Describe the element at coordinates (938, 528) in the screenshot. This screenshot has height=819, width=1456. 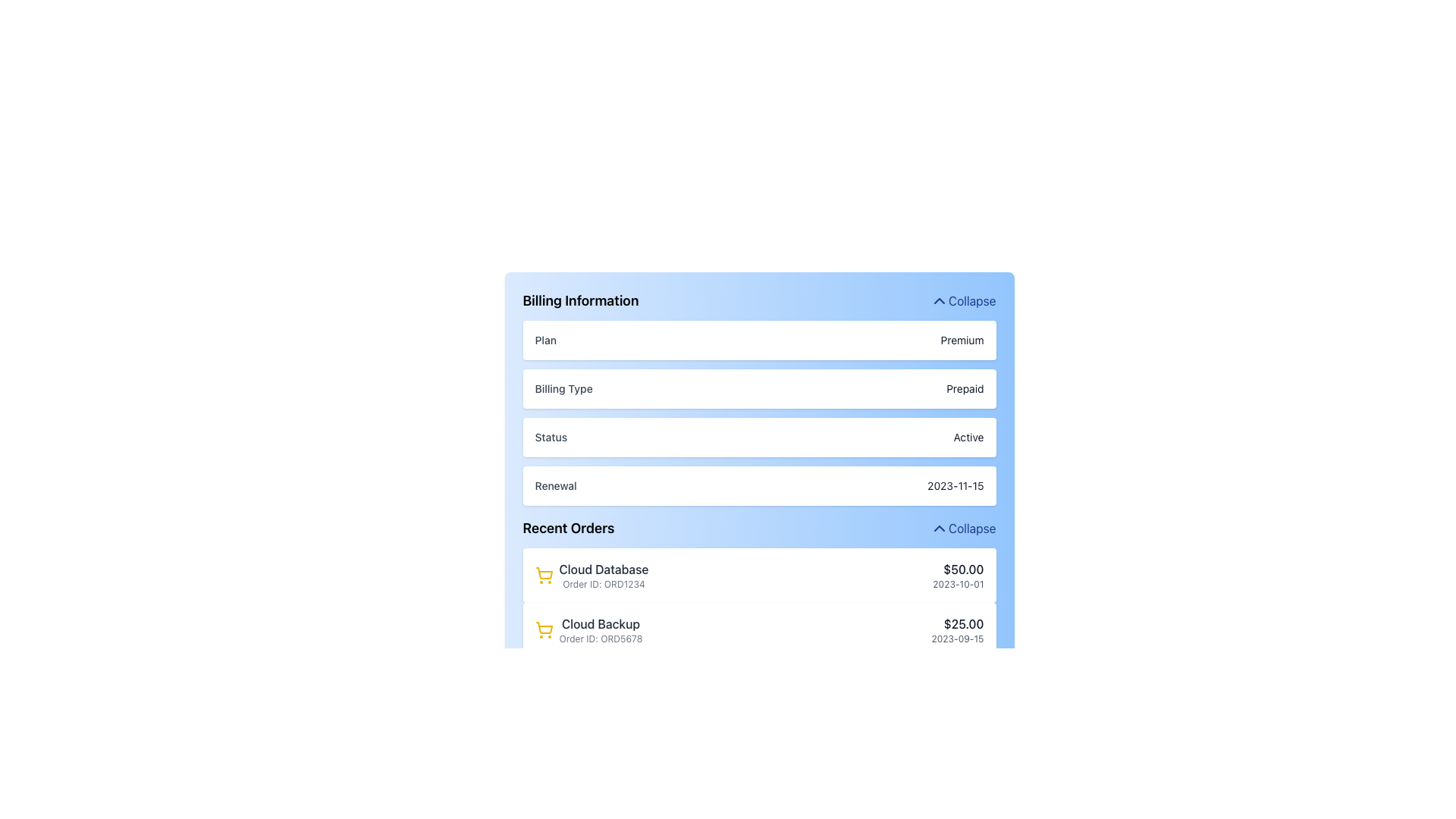
I see `the upward-pointing chevron arrow icon button with a blue stroke located in the top-right corner of the 'Collapse' text in the 'Recent Orders' section` at that location.